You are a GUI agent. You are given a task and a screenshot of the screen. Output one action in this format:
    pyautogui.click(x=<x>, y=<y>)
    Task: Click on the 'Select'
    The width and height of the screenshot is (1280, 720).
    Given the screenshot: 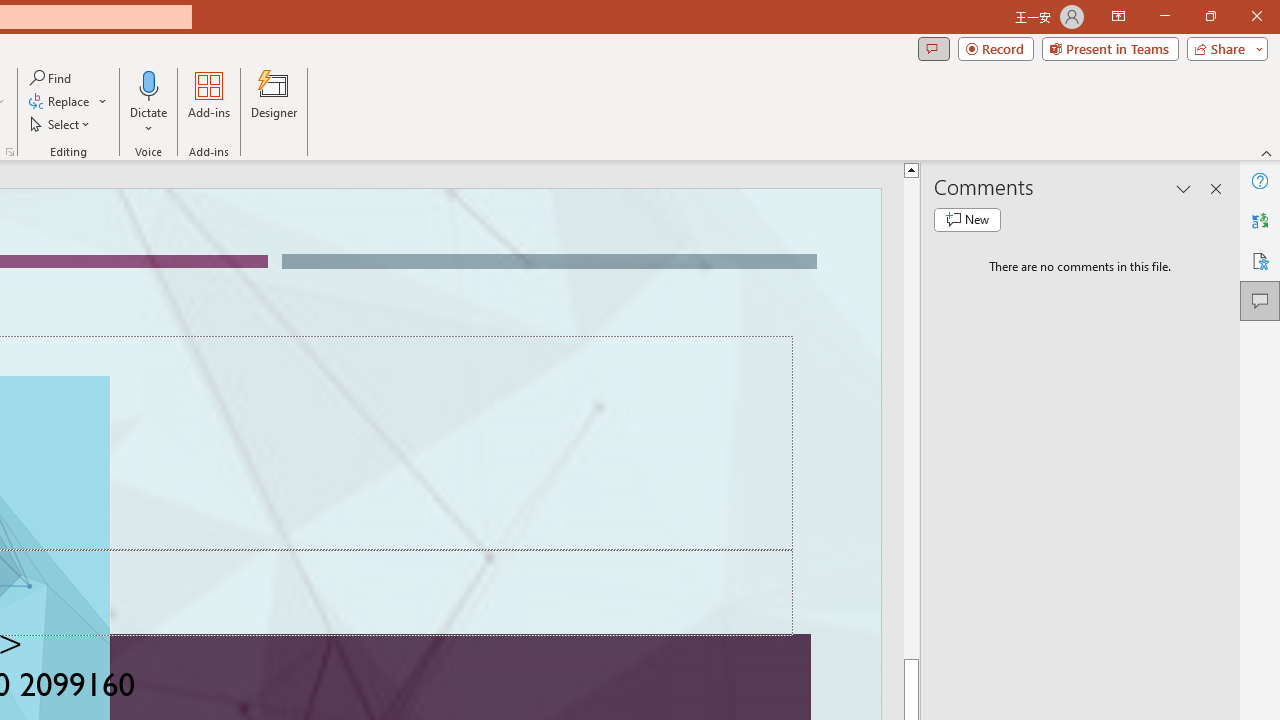 What is the action you would take?
    pyautogui.click(x=61, y=124)
    